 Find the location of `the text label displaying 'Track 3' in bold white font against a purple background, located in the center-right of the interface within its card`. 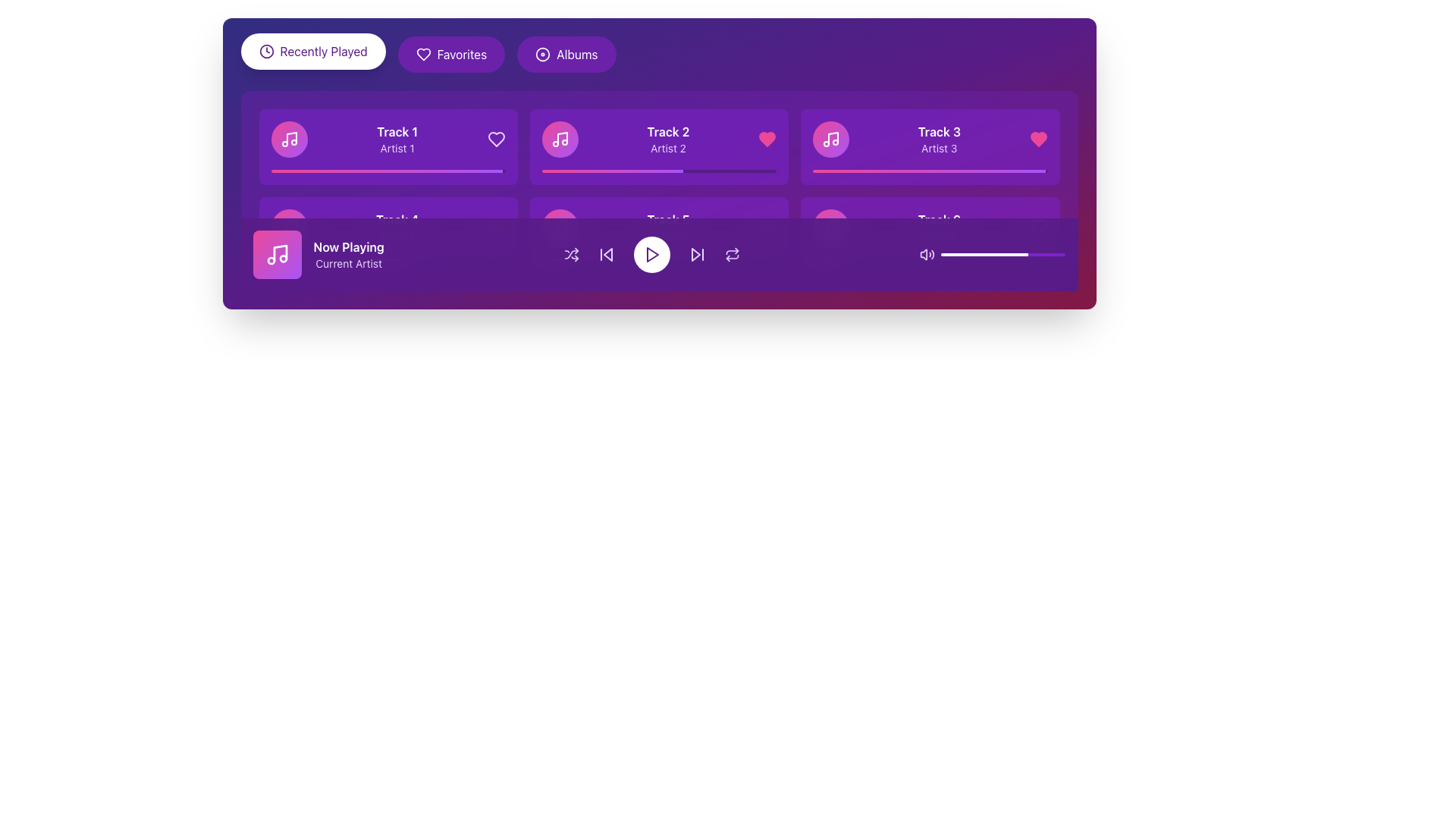

the text label displaying 'Track 3' in bold white font against a purple background, located in the center-right of the interface within its card is located at coordinates (938, 130).